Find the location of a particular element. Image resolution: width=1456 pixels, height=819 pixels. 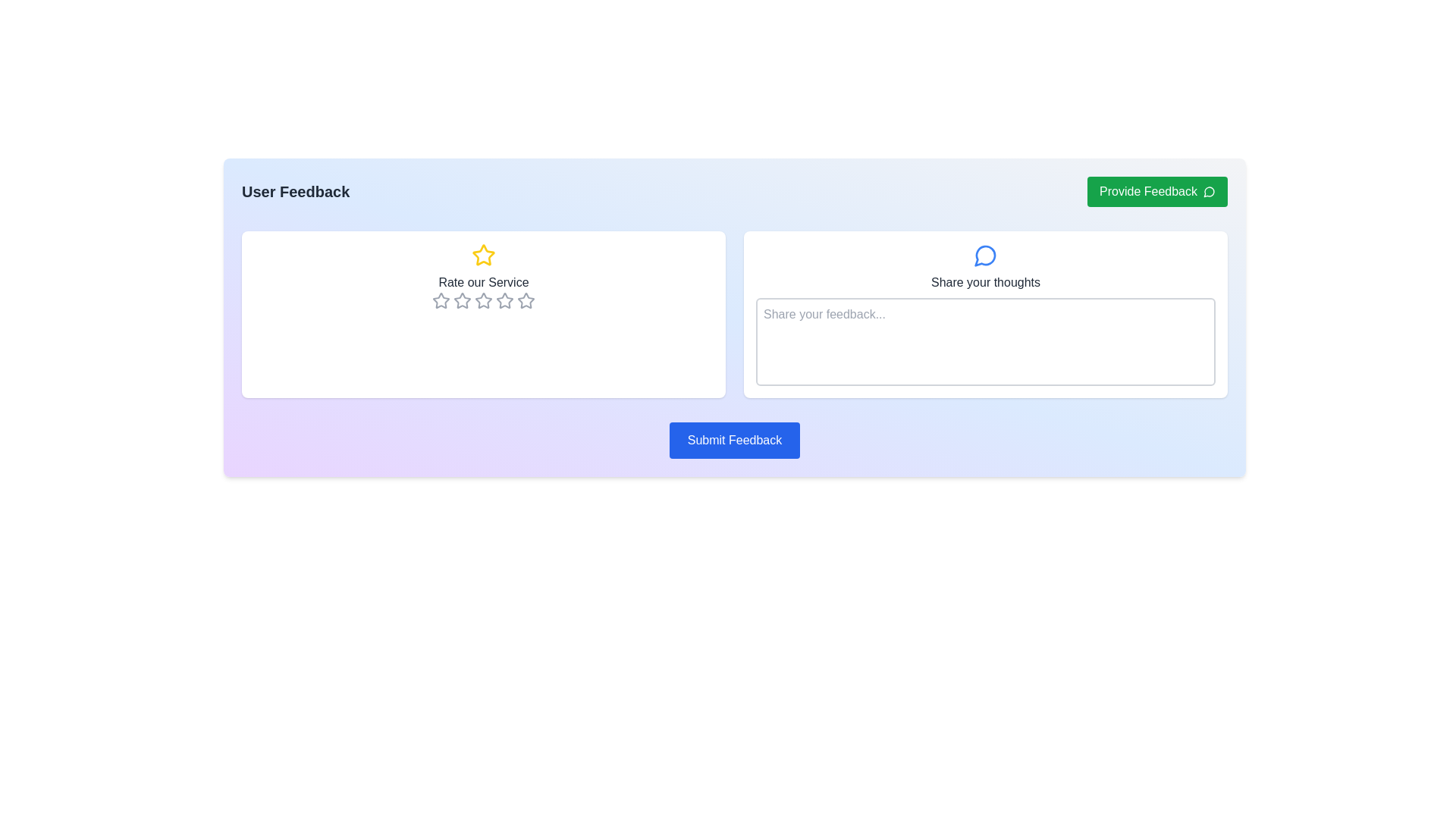

the first star-shaped rating icon with a thin gray outline is located at coordinates (440, 301).